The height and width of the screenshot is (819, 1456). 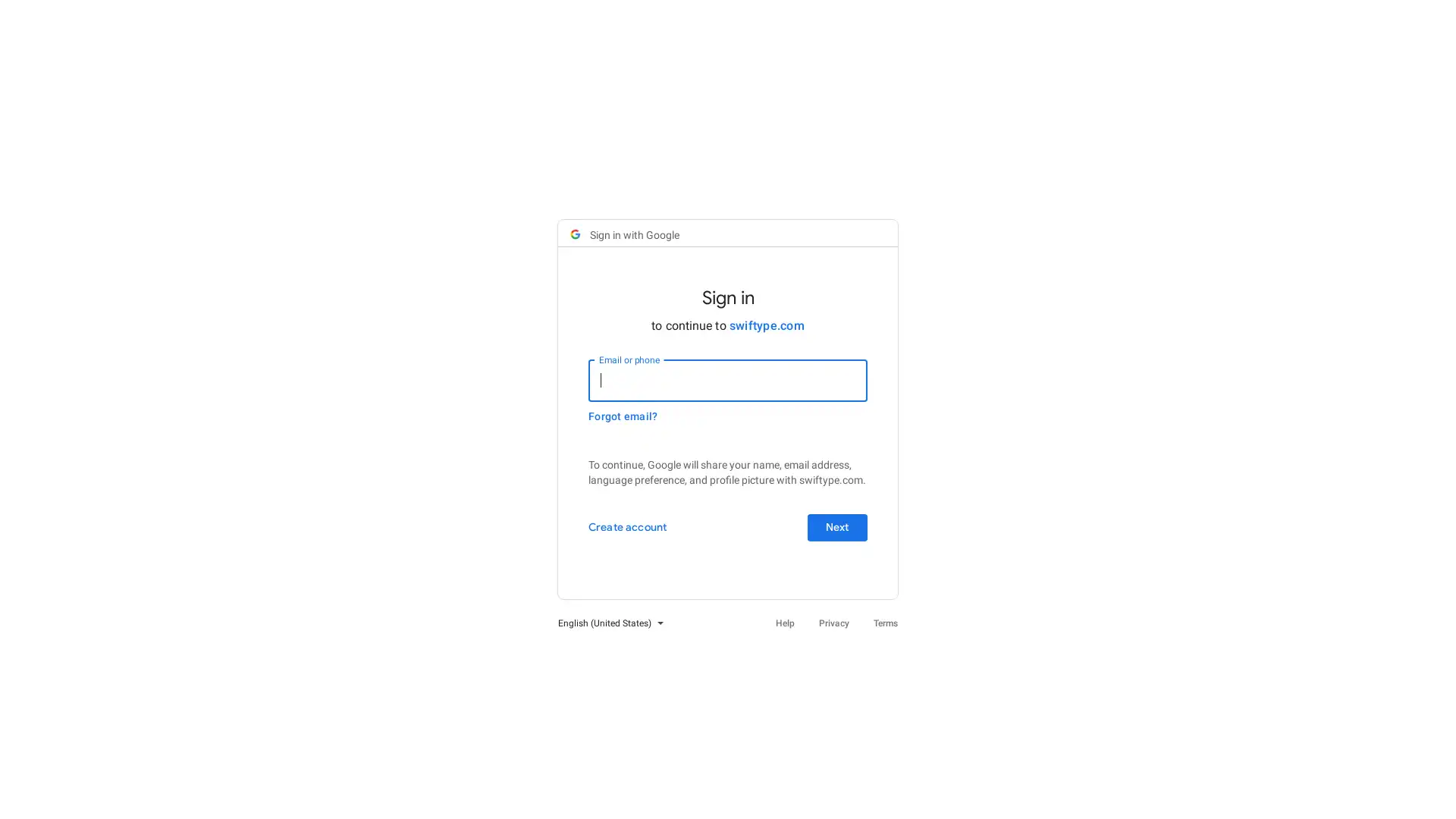 I want to click on swiftype.com, so click(x=766, y=324).